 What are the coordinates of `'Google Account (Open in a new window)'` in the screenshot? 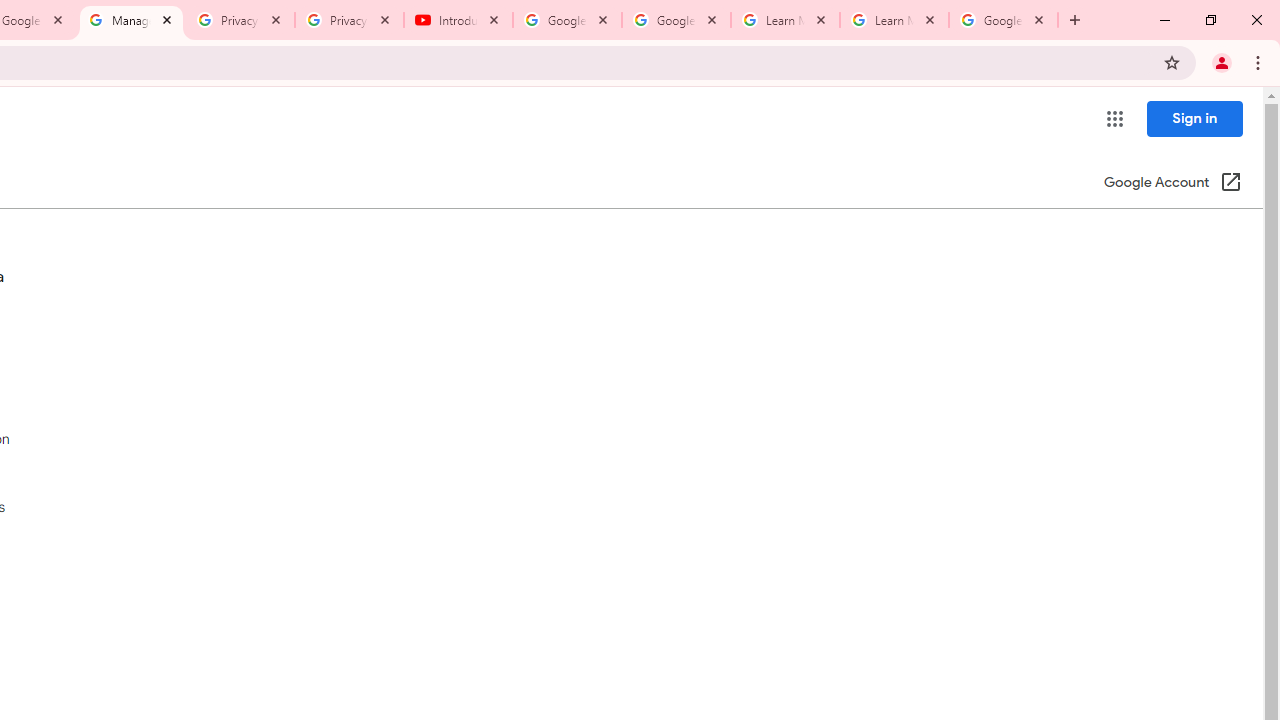 It's located at (1173, 183).